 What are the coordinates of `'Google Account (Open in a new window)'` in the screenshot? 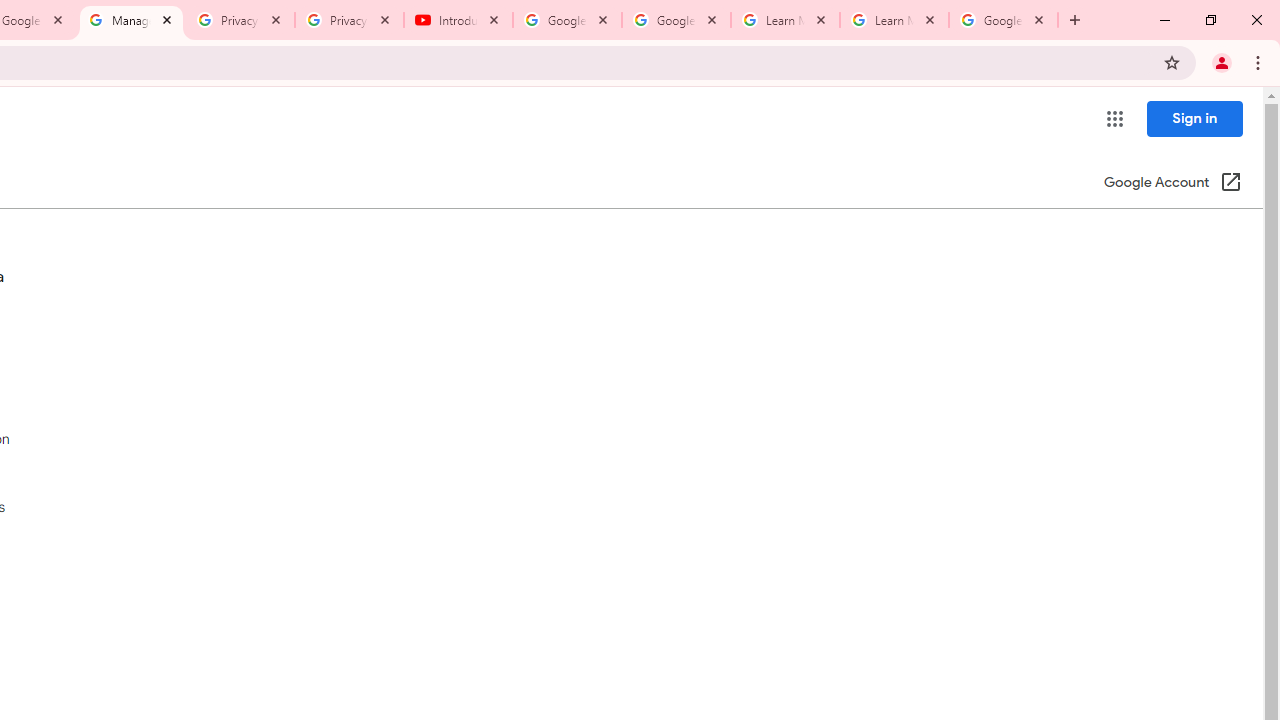 It's located at (1173, 183).